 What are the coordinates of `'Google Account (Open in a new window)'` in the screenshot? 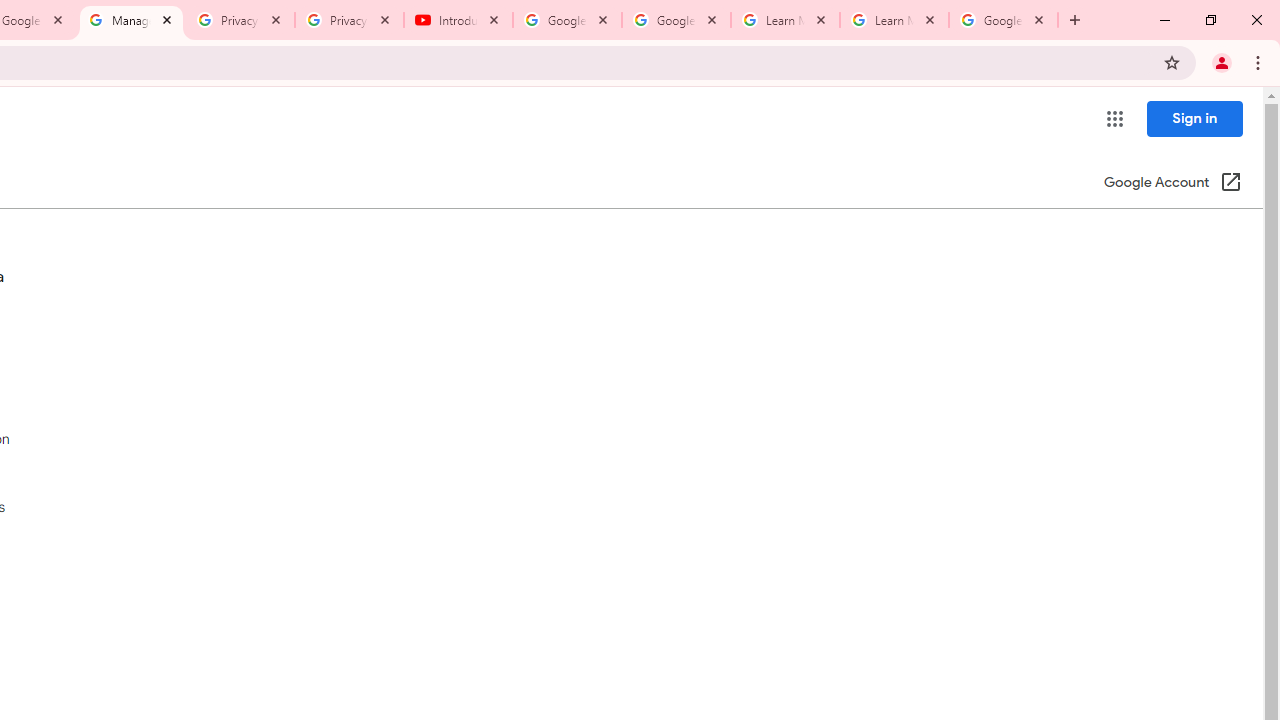 It's located at (1173, 183).